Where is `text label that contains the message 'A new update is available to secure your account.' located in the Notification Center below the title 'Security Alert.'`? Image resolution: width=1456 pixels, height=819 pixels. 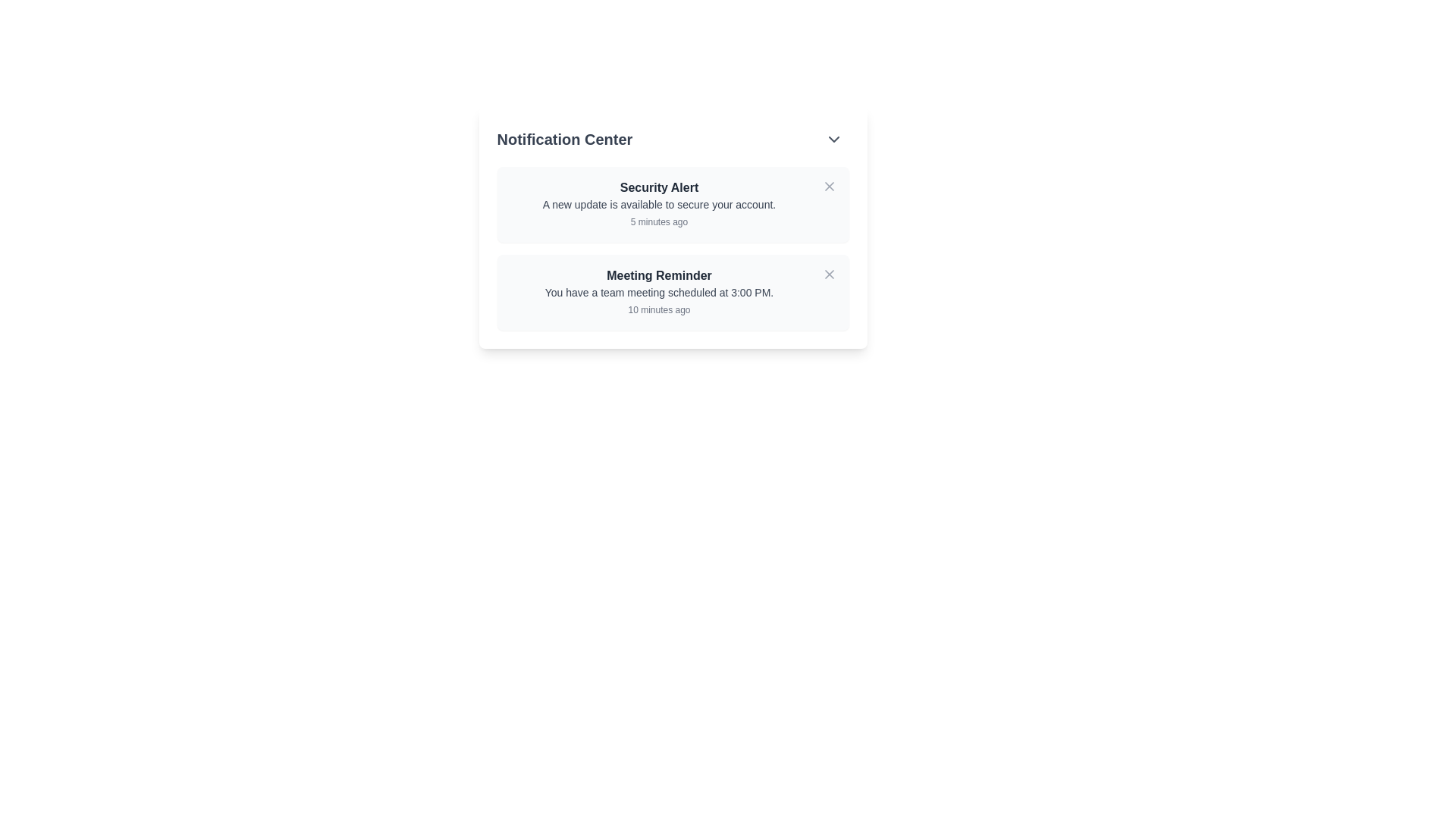 text label that contains the message 'A new update is available to secure your account.' located in the Notification Center below the title 'Security Alert.' is located at coordinates (659, 205).